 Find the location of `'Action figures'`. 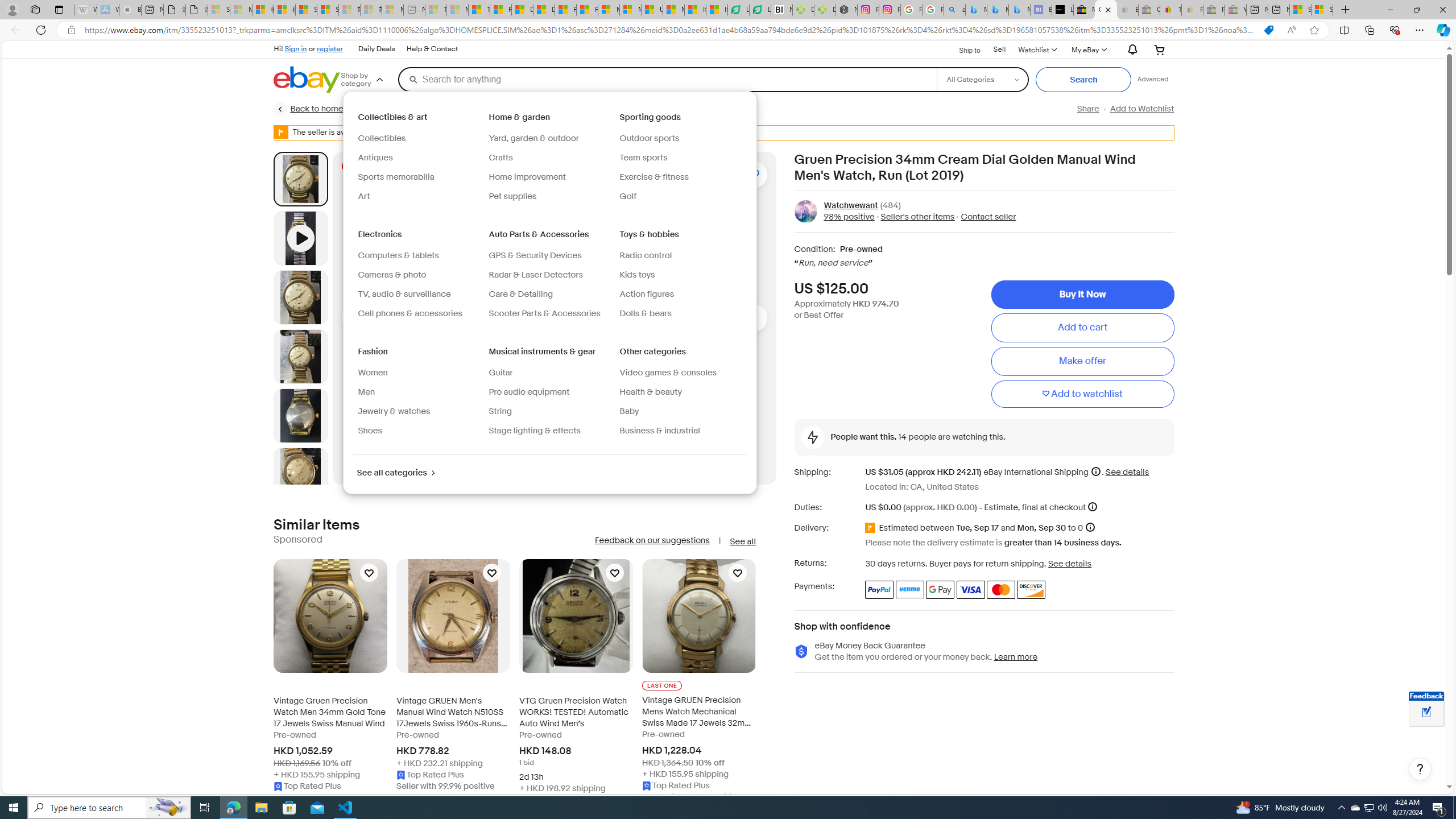

'Action figures' is located at coordinates (679, 294).